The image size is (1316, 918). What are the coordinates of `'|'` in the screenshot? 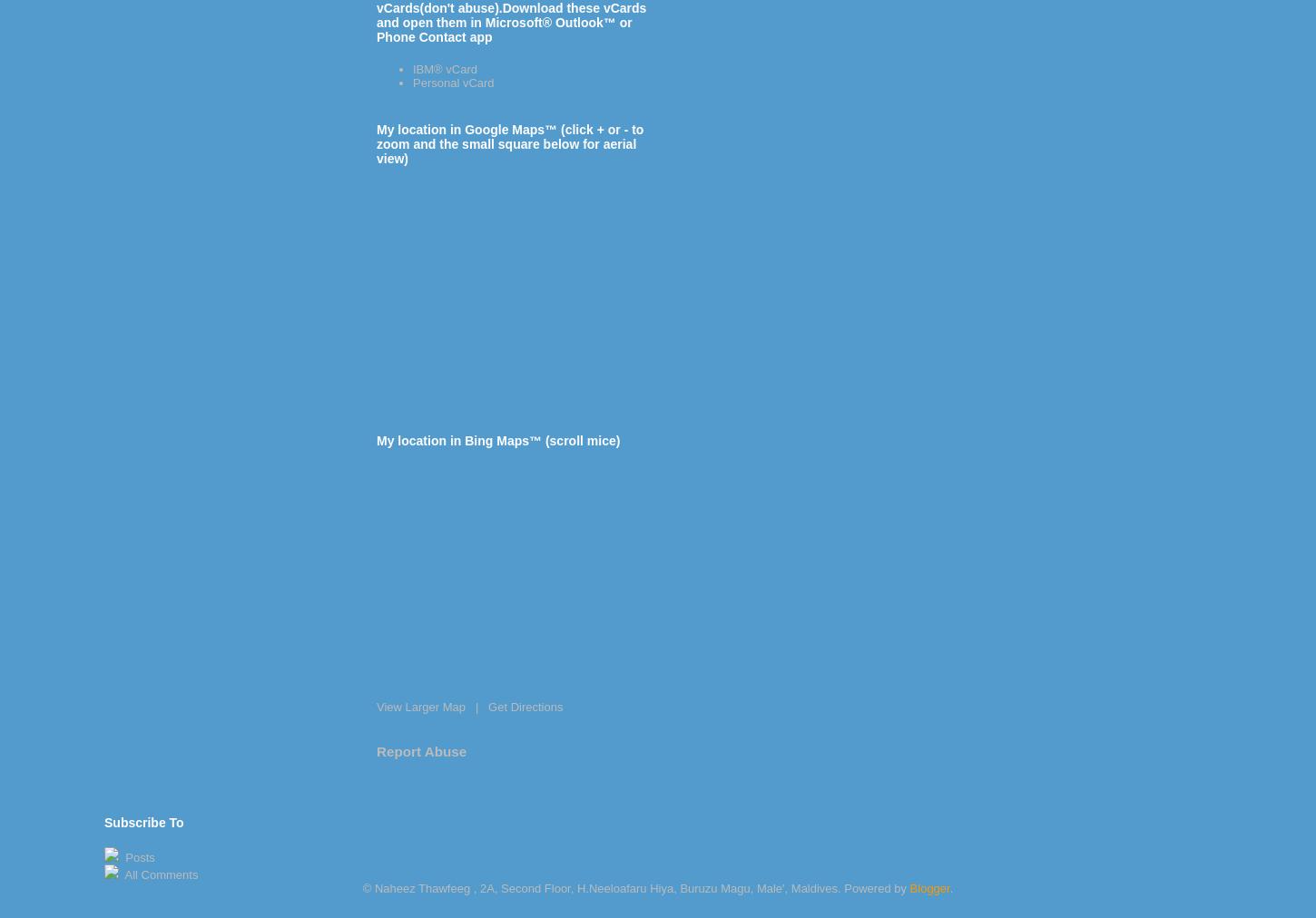 It's located at (476, 706).